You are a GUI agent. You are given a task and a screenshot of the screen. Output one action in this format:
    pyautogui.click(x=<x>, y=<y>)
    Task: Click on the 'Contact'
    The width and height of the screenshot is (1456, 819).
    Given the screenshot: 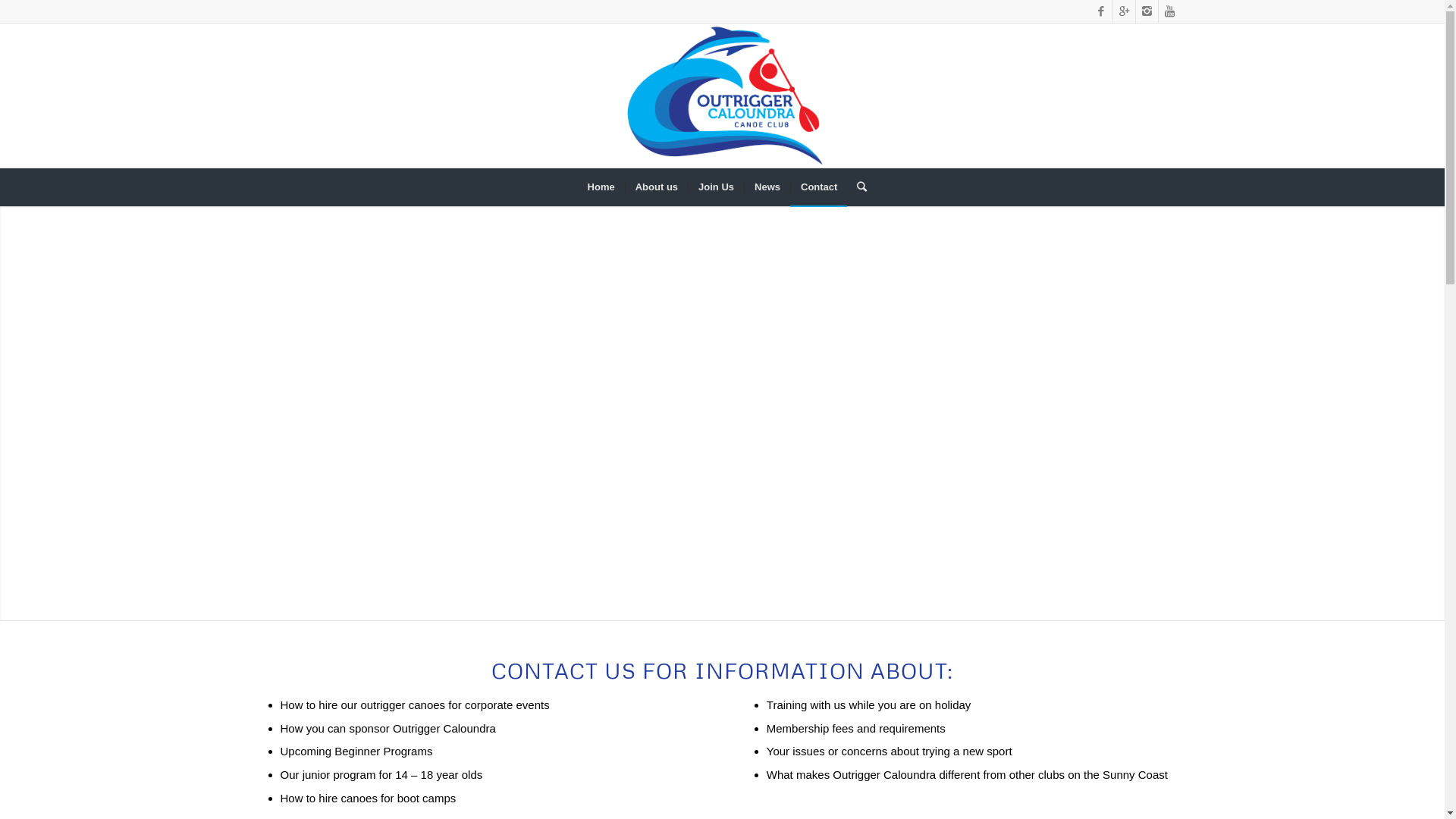 What is the action you would take?
    pyautogui.click(x=817, y=186)
    